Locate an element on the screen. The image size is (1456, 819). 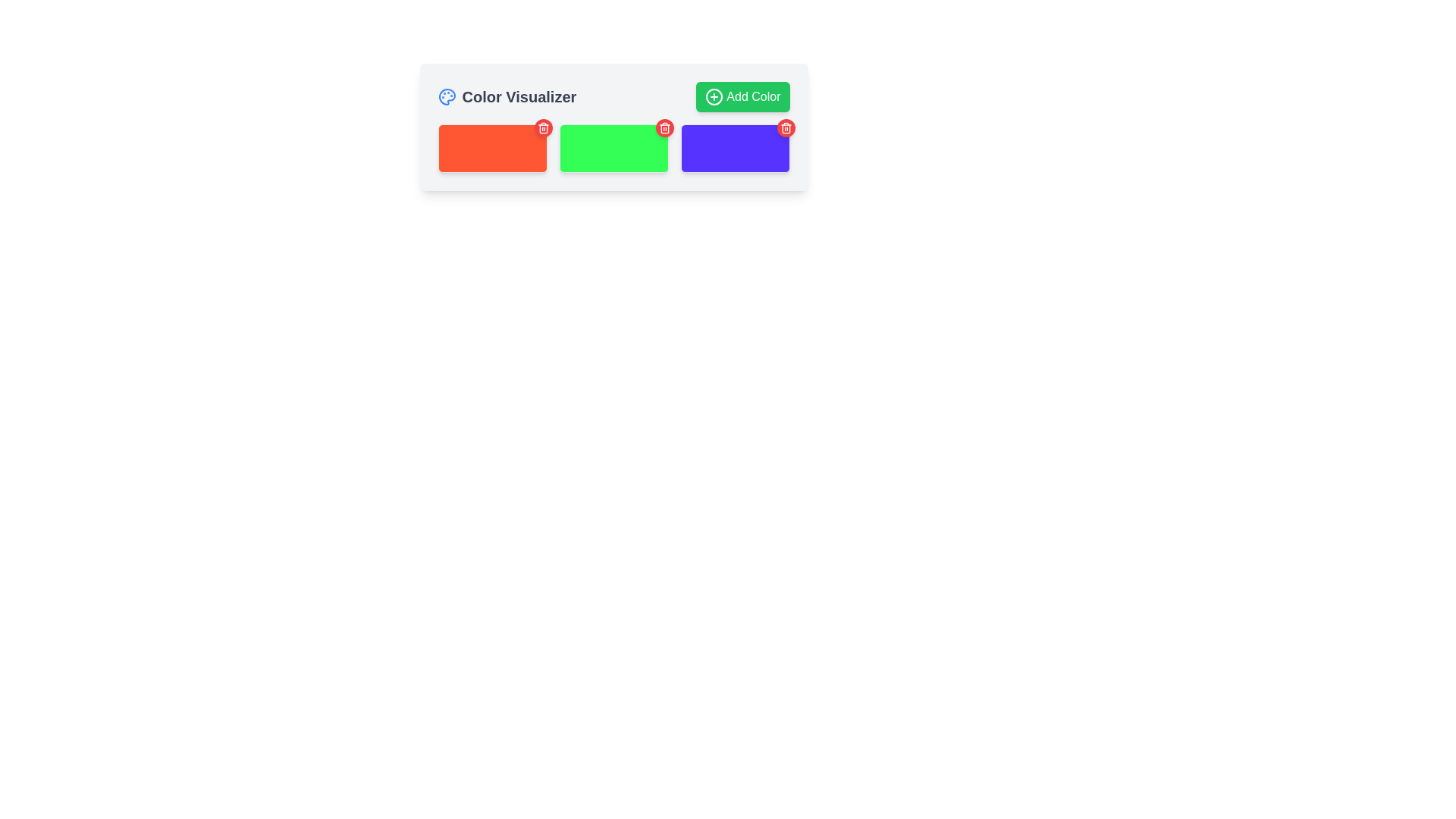
the circular icon within the 'Add Color' button, which is the rightmost element in the interface is located at coordinates (714, 96).